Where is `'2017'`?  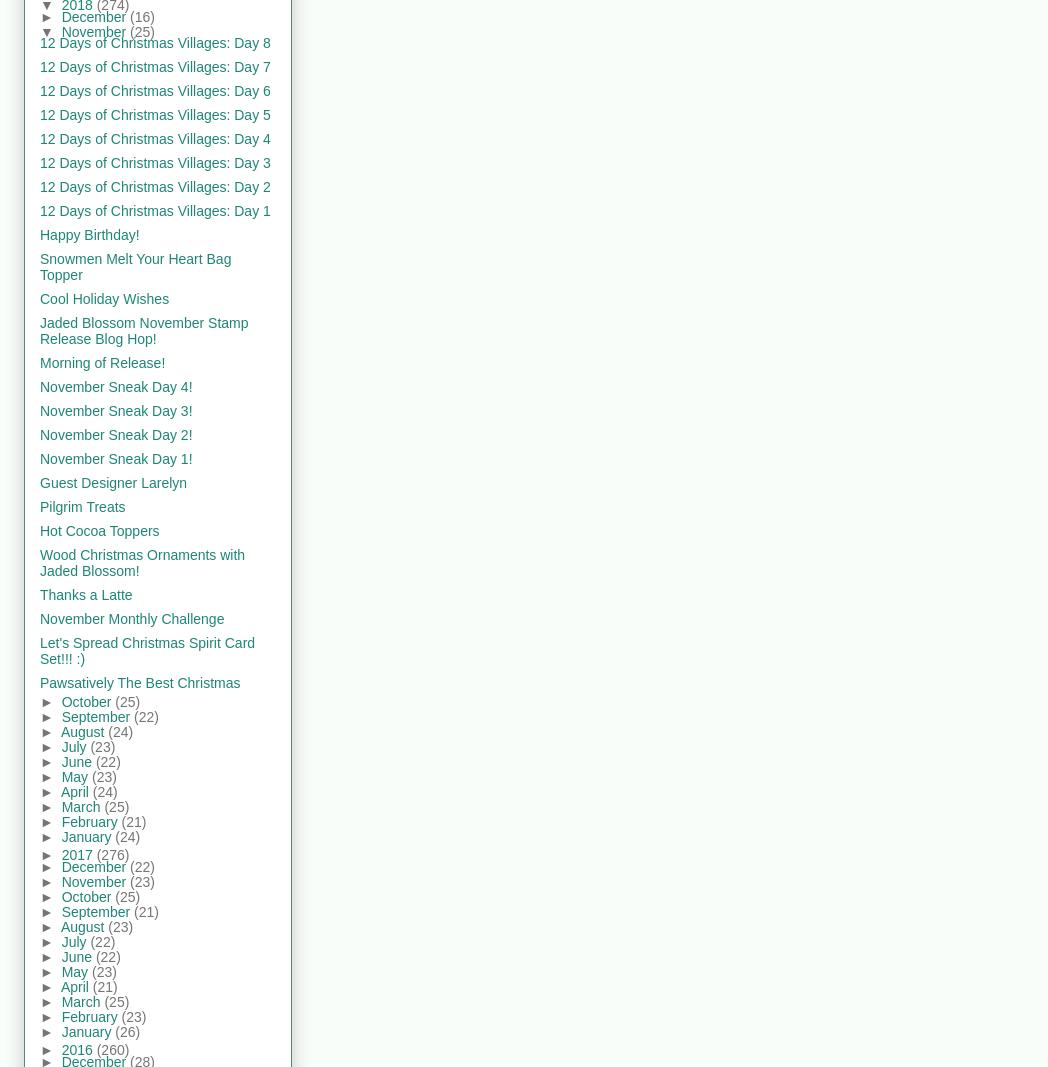
'2017' is located at coordinates (78, 853).